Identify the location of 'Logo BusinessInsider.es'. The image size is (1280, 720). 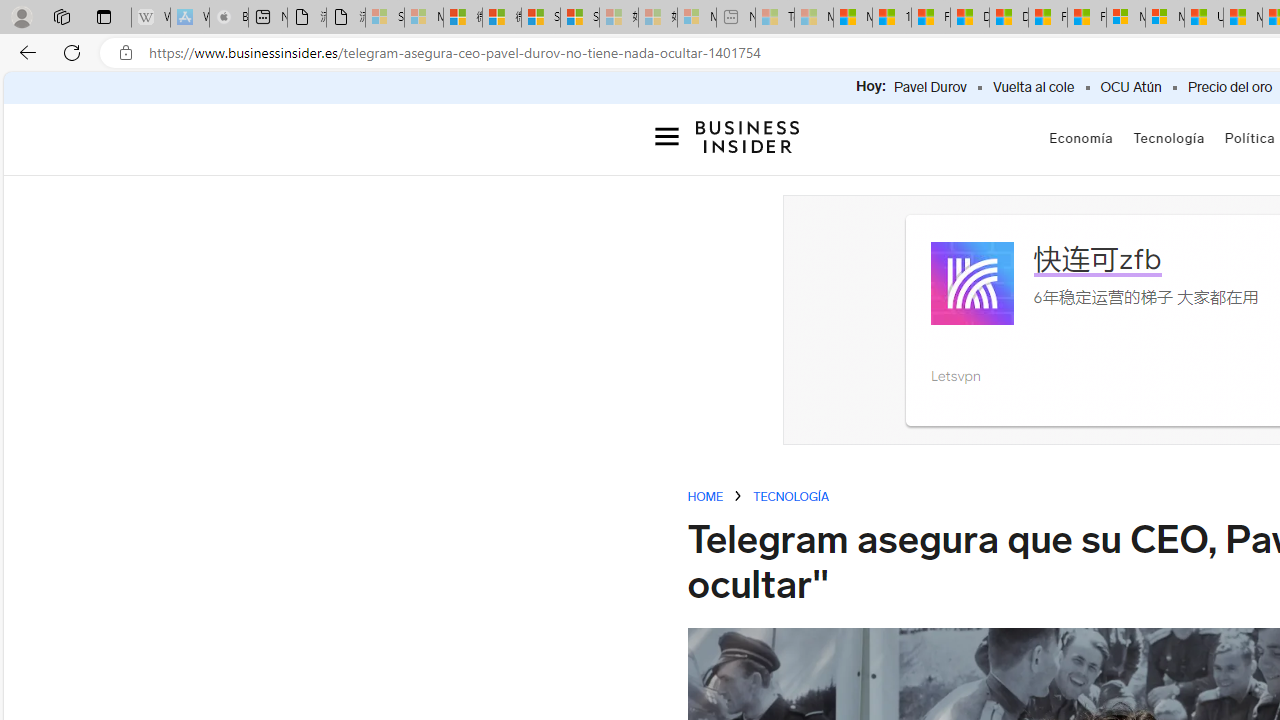
(747, 135).